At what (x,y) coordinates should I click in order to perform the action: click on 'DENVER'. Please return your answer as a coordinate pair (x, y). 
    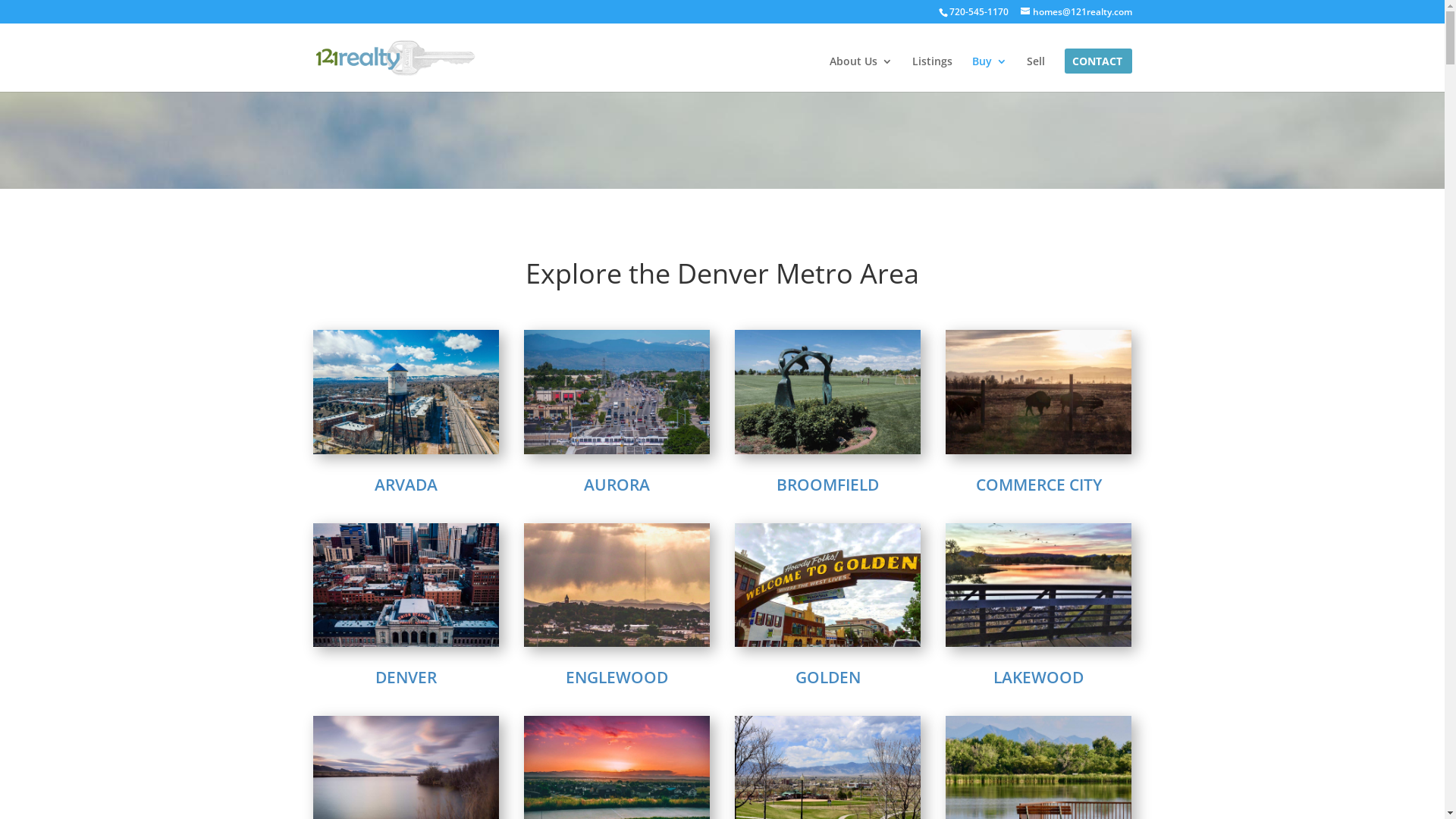
    Looking at the image, I should click on (406, 676).